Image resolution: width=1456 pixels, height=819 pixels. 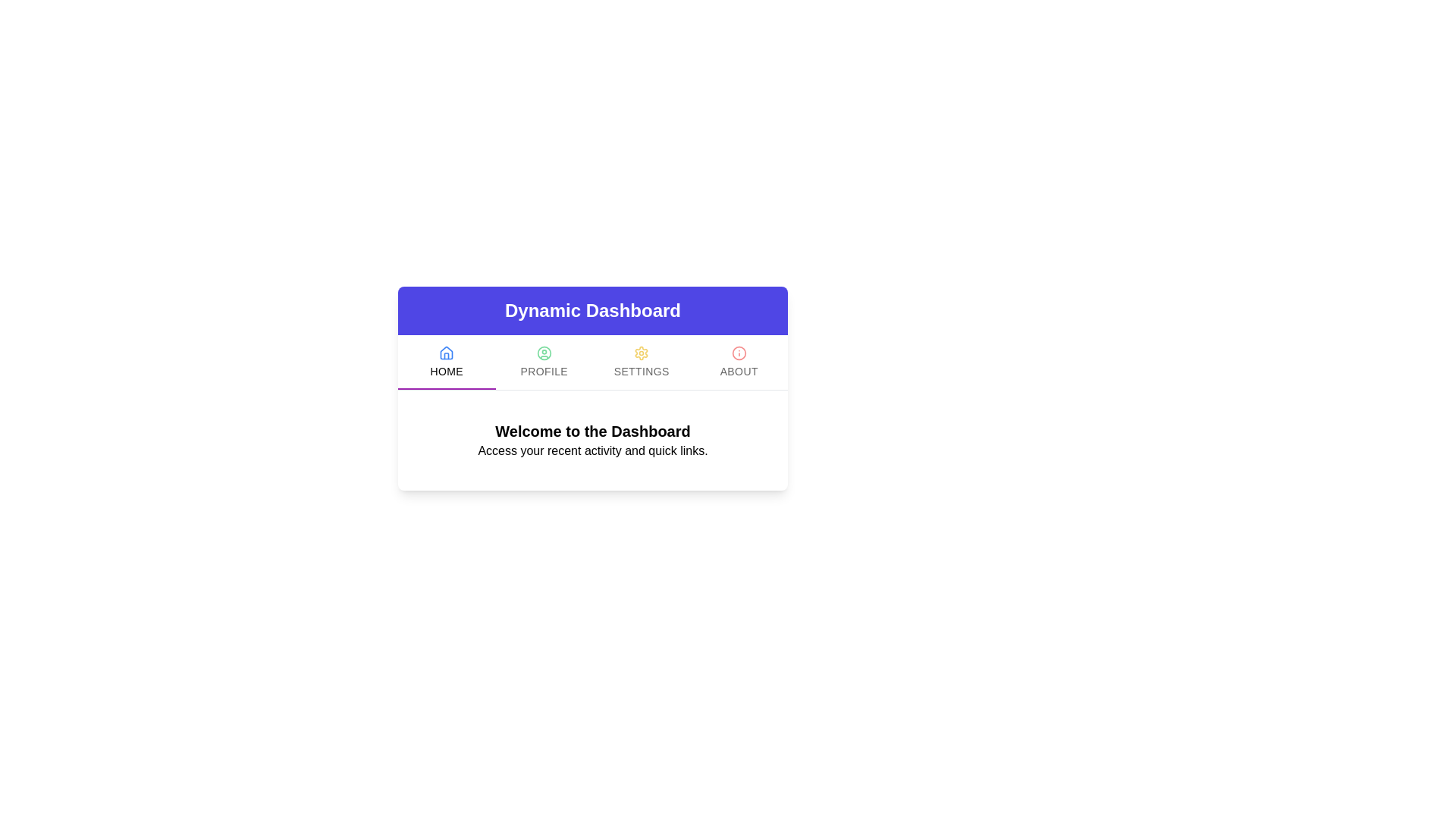 What do you see at coordinates (592, 450) in the screenshot?
I see `the text label that reads 'Access your recent activity and quick links.', which is located directly below the bold header 'Welcome to the Dashboard.'` at bounding box center [592, 450].